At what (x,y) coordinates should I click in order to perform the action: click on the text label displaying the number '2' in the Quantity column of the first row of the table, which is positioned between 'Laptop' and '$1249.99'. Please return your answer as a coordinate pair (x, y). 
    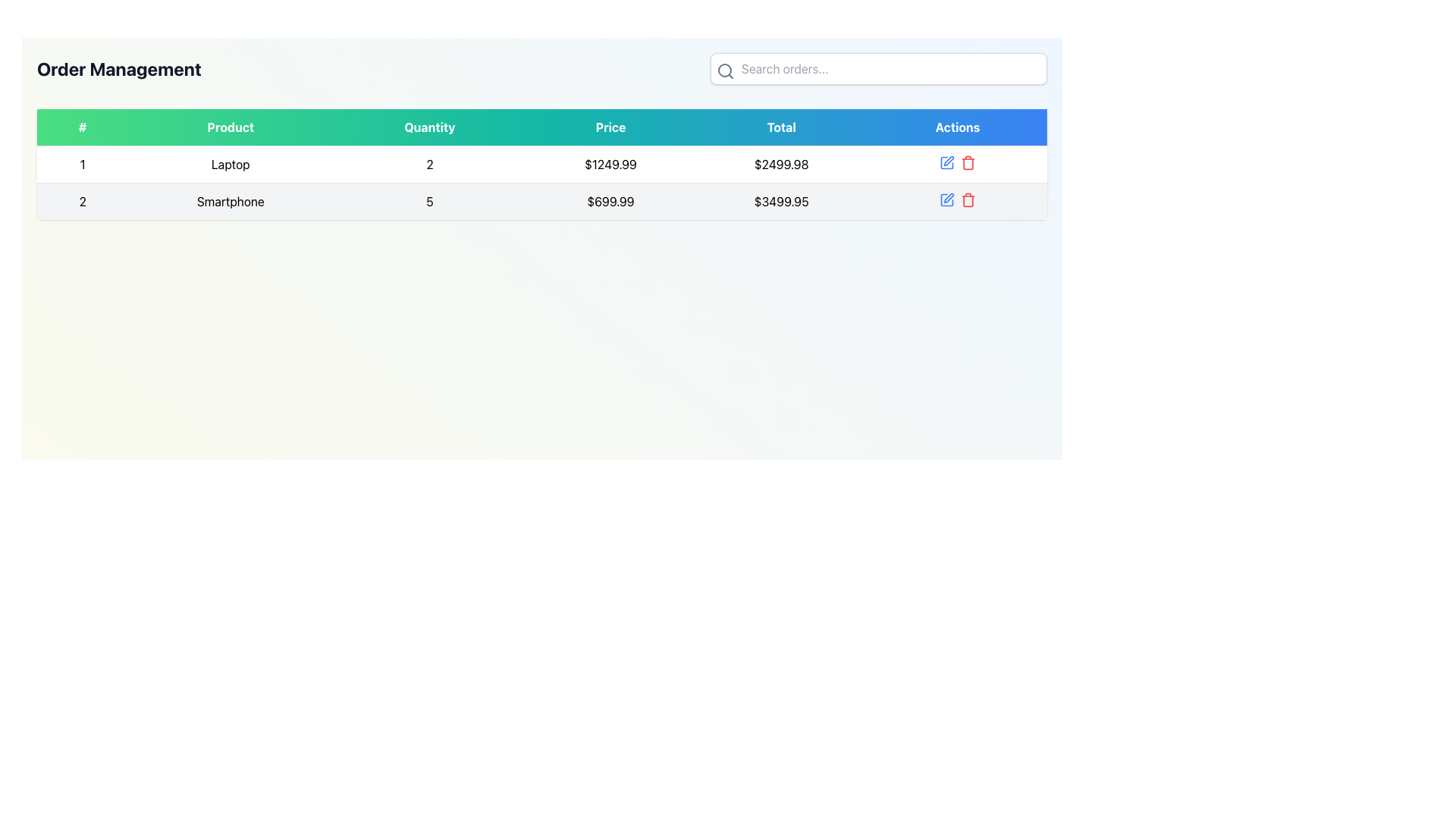
    Looking at the image, I should click on (428, 164).